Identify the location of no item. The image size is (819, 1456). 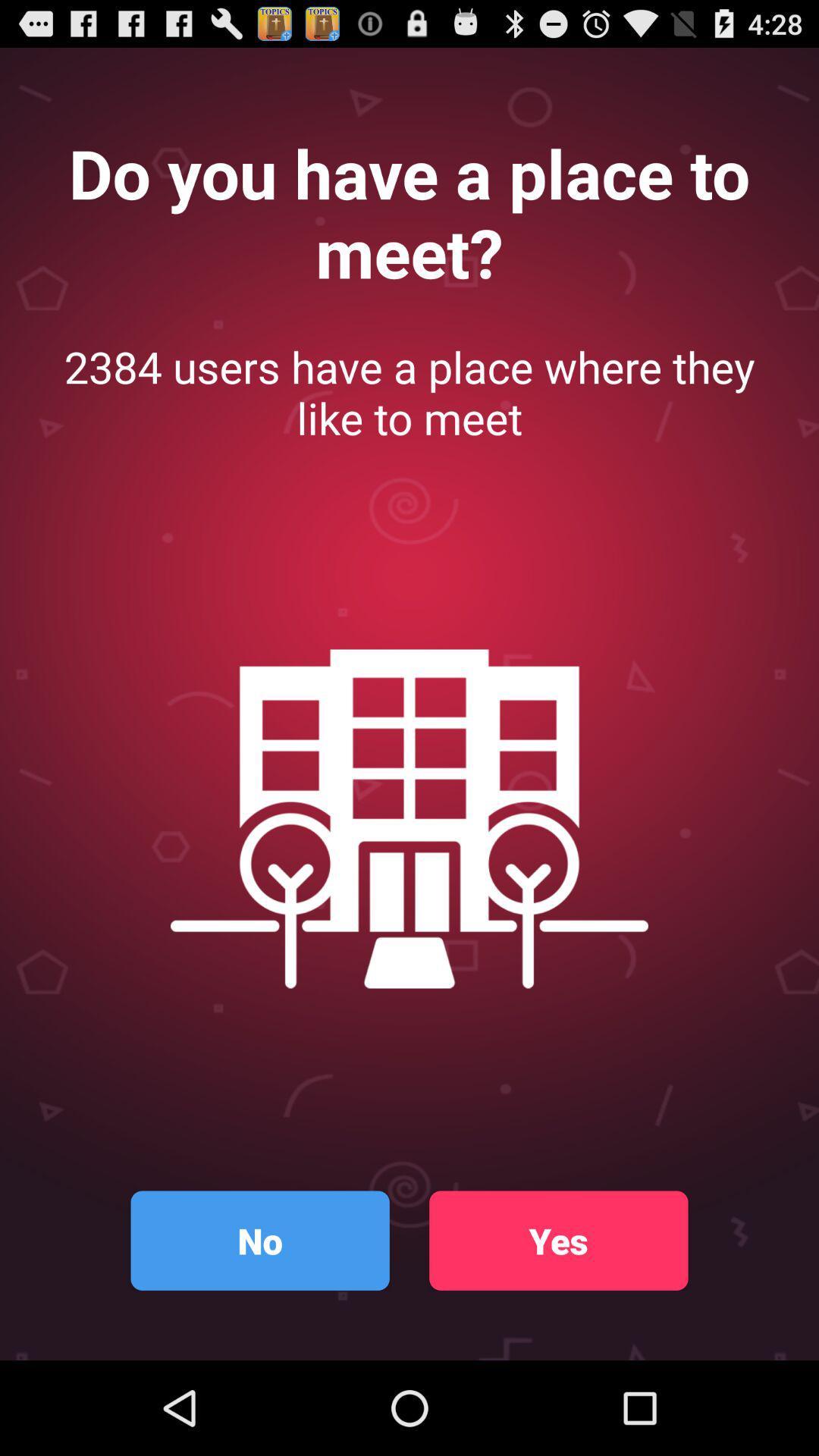
(259, 1241).